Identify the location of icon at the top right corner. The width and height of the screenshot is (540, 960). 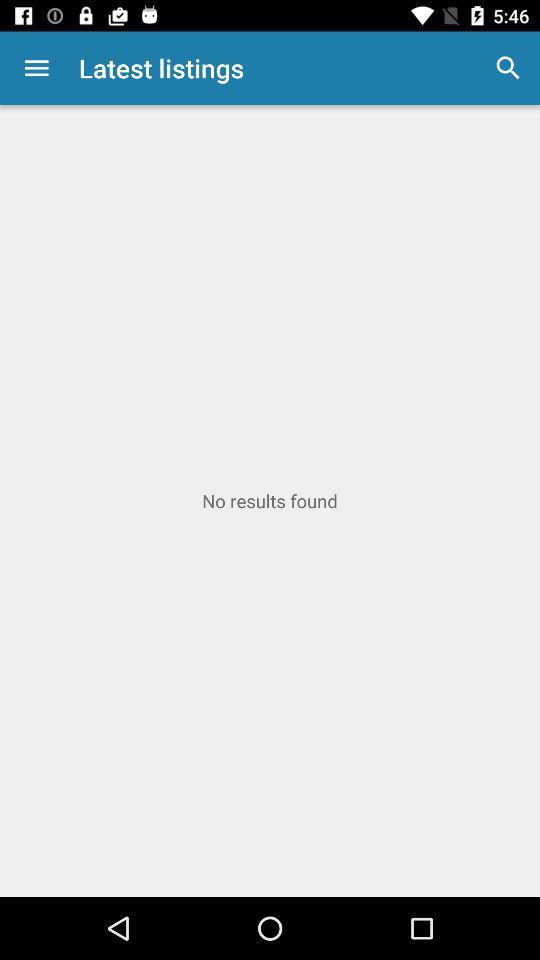
(508, 68).